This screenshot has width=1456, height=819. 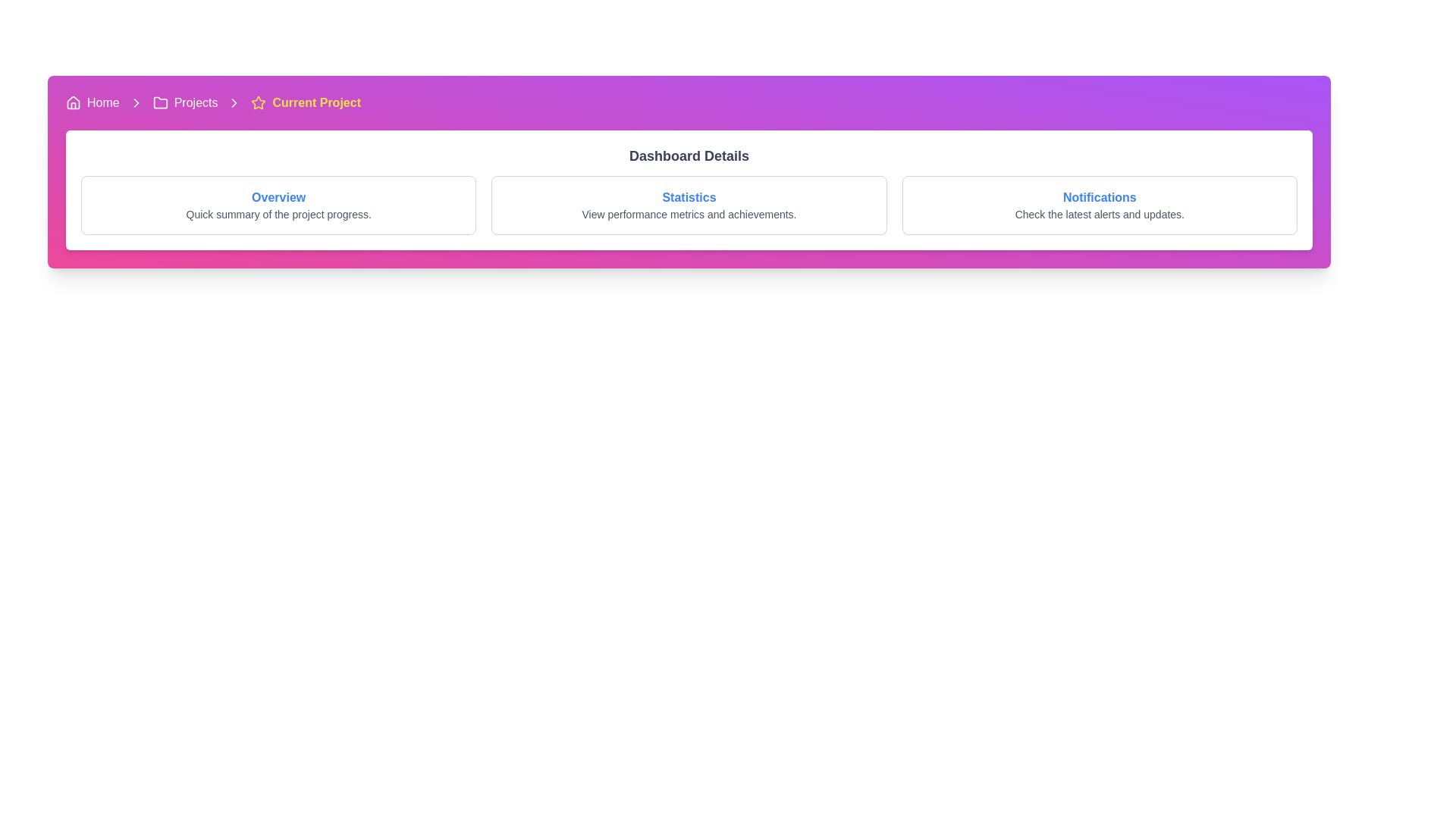 What do you see at coordinates (136, 102) in the screenshot?
I see `the right-facing chevron icon located immediately to the right of the 'Home' label in the breadcrumb navigation bar` at bounding box center [136, 102].